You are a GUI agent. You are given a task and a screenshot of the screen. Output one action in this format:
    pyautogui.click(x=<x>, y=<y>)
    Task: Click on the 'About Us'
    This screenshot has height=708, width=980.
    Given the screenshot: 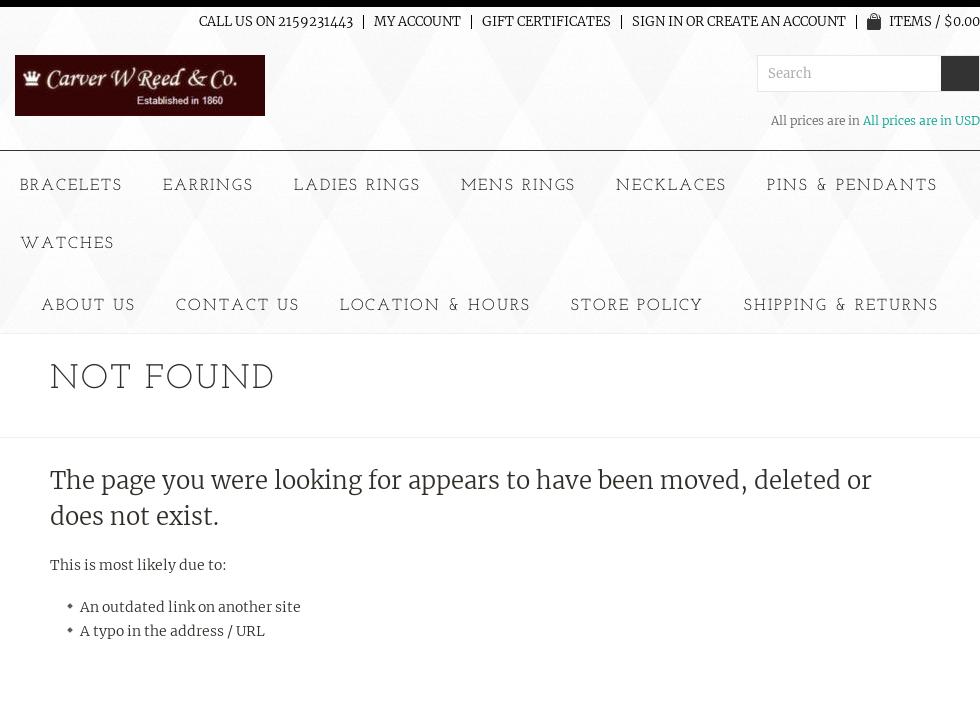 What is the action you would take?
    pyautogui.click(x=88, y=304)
    